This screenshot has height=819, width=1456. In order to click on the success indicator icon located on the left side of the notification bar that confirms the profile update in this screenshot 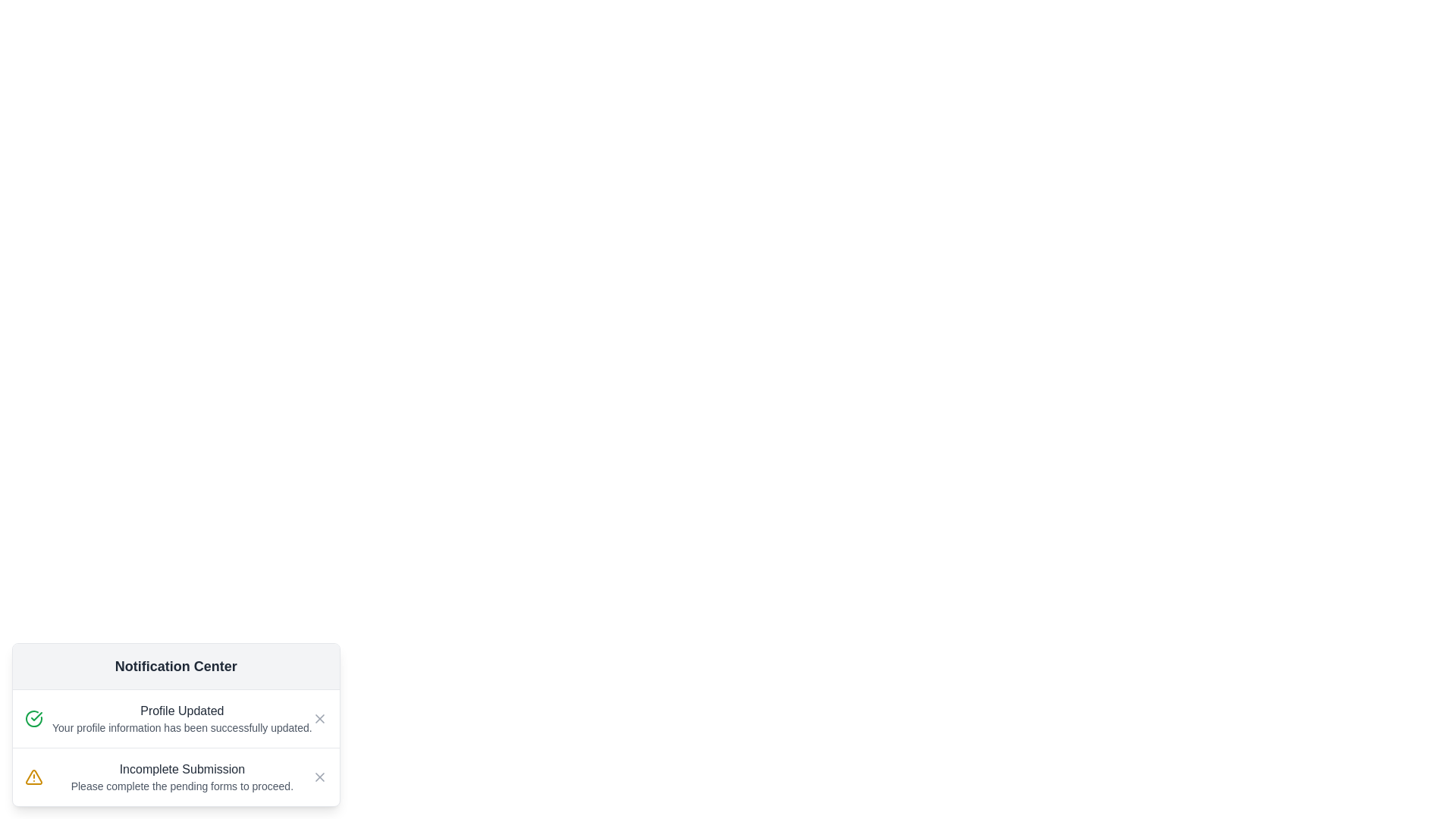, I will do `click(33, 718)`.